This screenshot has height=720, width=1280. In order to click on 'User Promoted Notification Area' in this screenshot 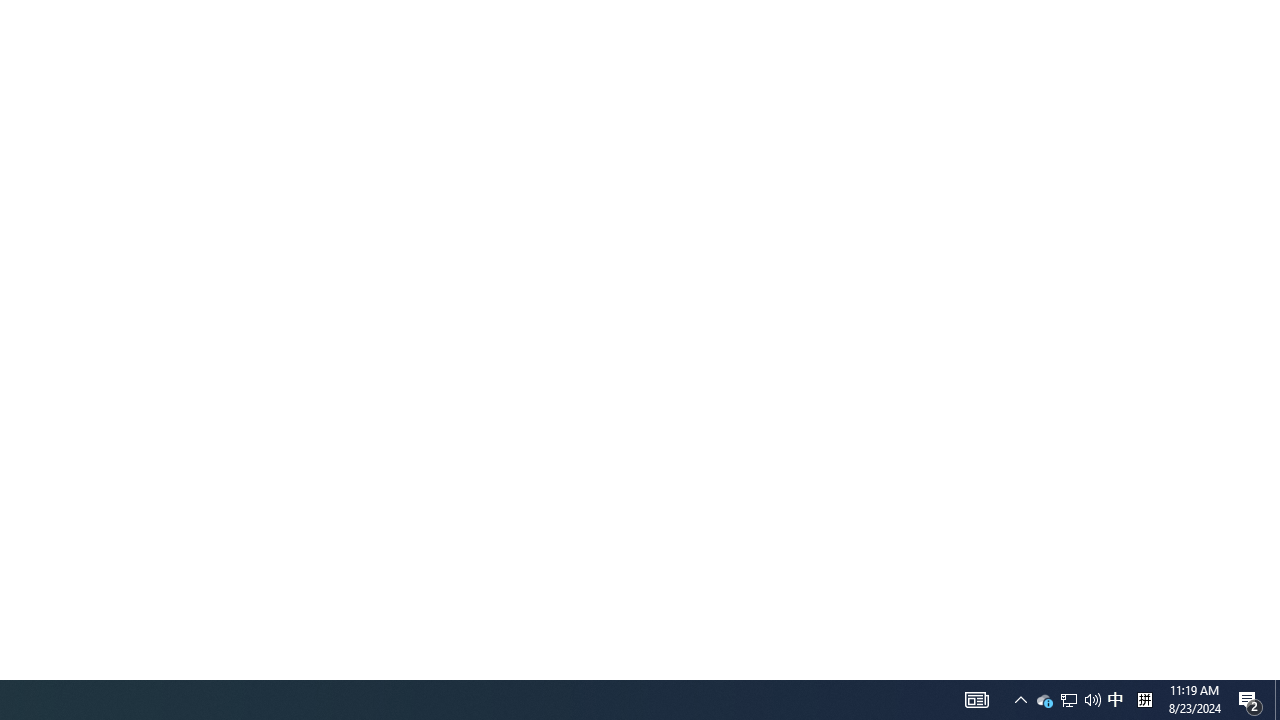, I will do `click(1020, 698)`.